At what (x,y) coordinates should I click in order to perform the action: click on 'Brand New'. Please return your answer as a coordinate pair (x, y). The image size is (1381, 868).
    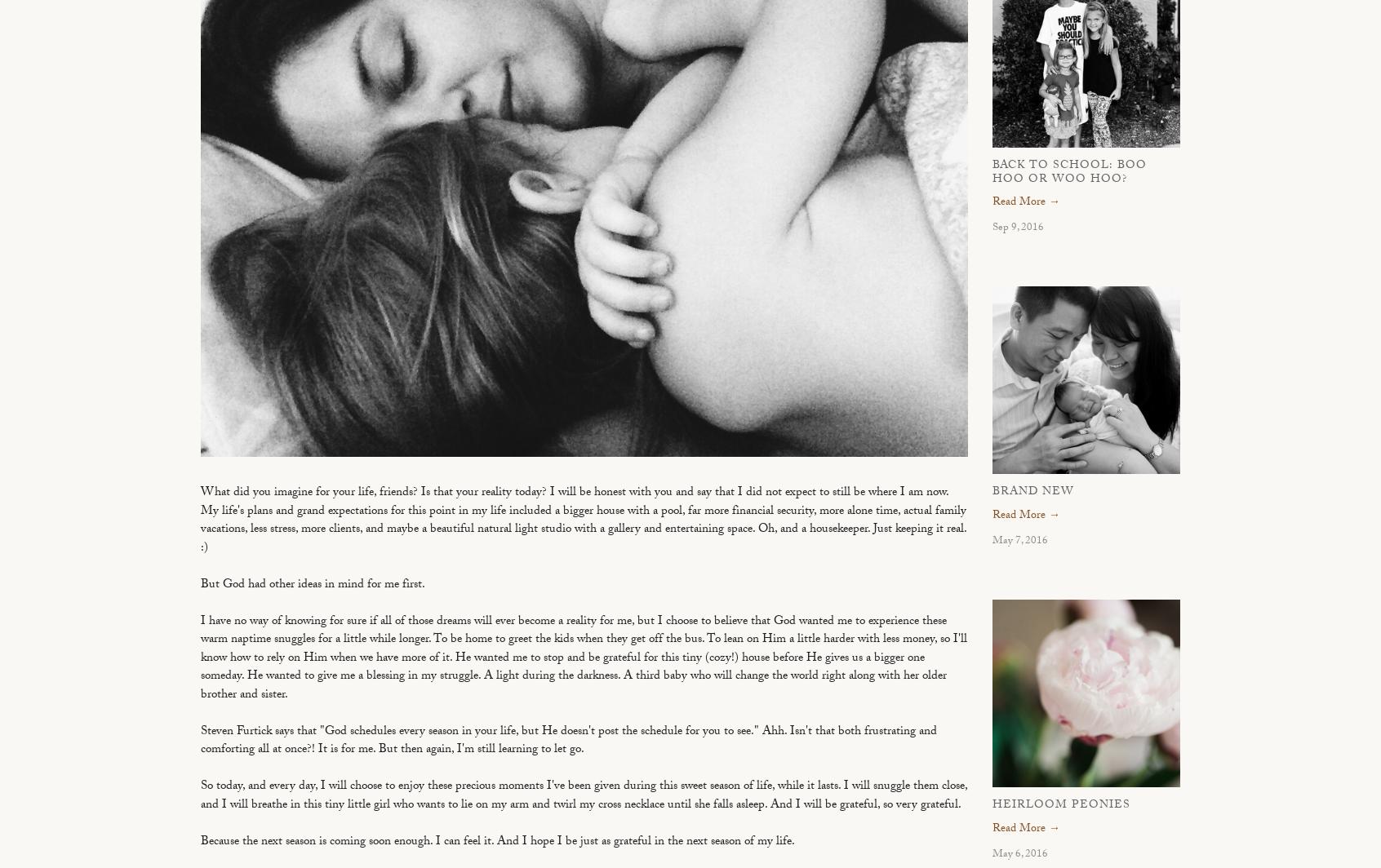
    Looking at the image, I should click on (1032, 493).